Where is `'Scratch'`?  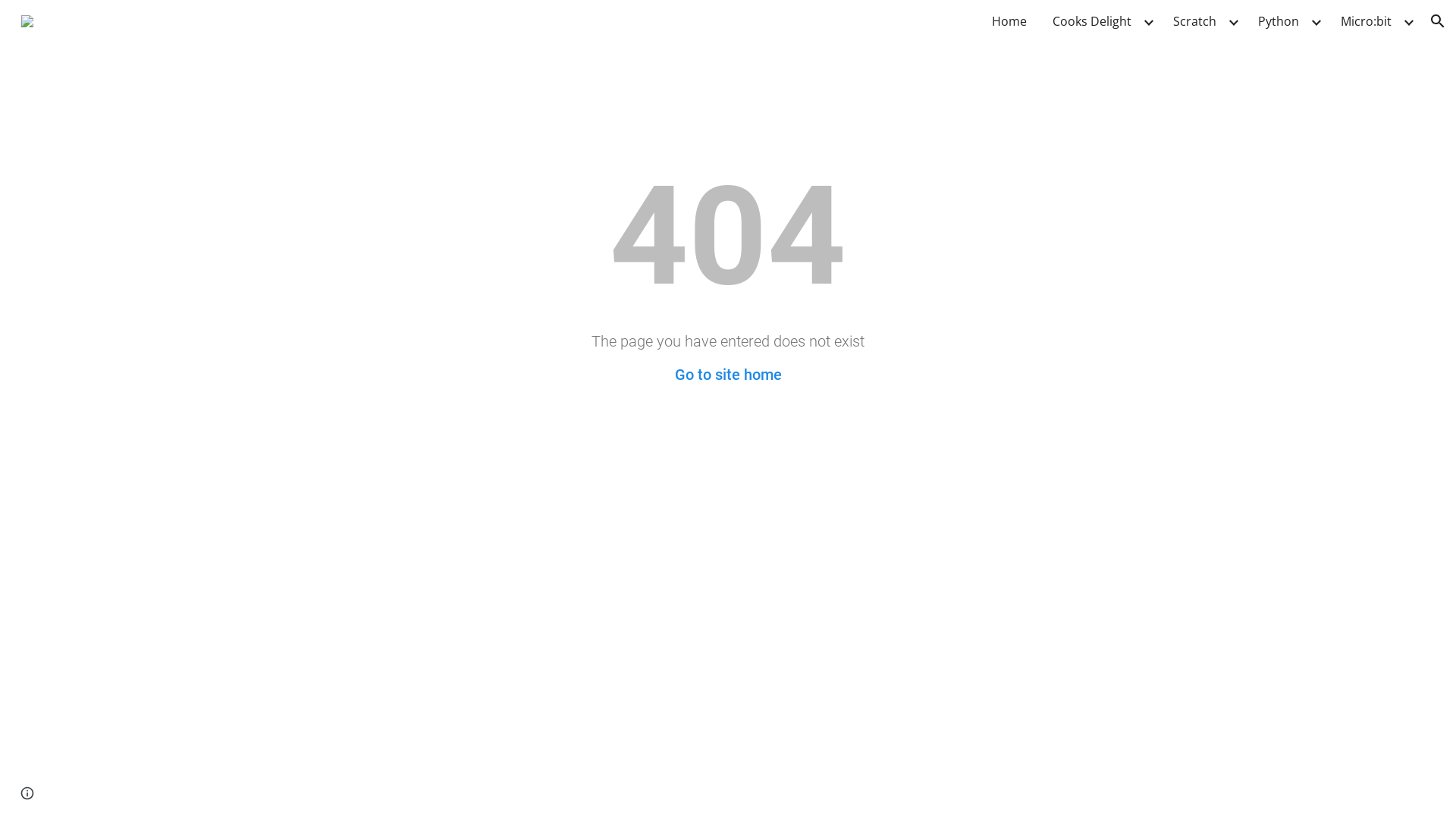
'Scratch' is located at coordinates (1194, 20).